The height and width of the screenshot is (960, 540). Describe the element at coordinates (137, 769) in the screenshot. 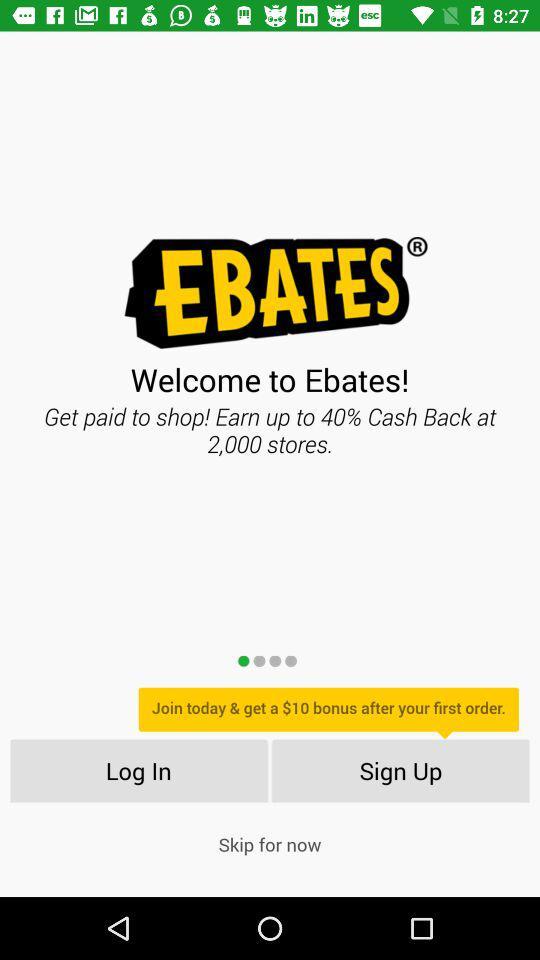

I see `icon above skip for now icon` at that location.